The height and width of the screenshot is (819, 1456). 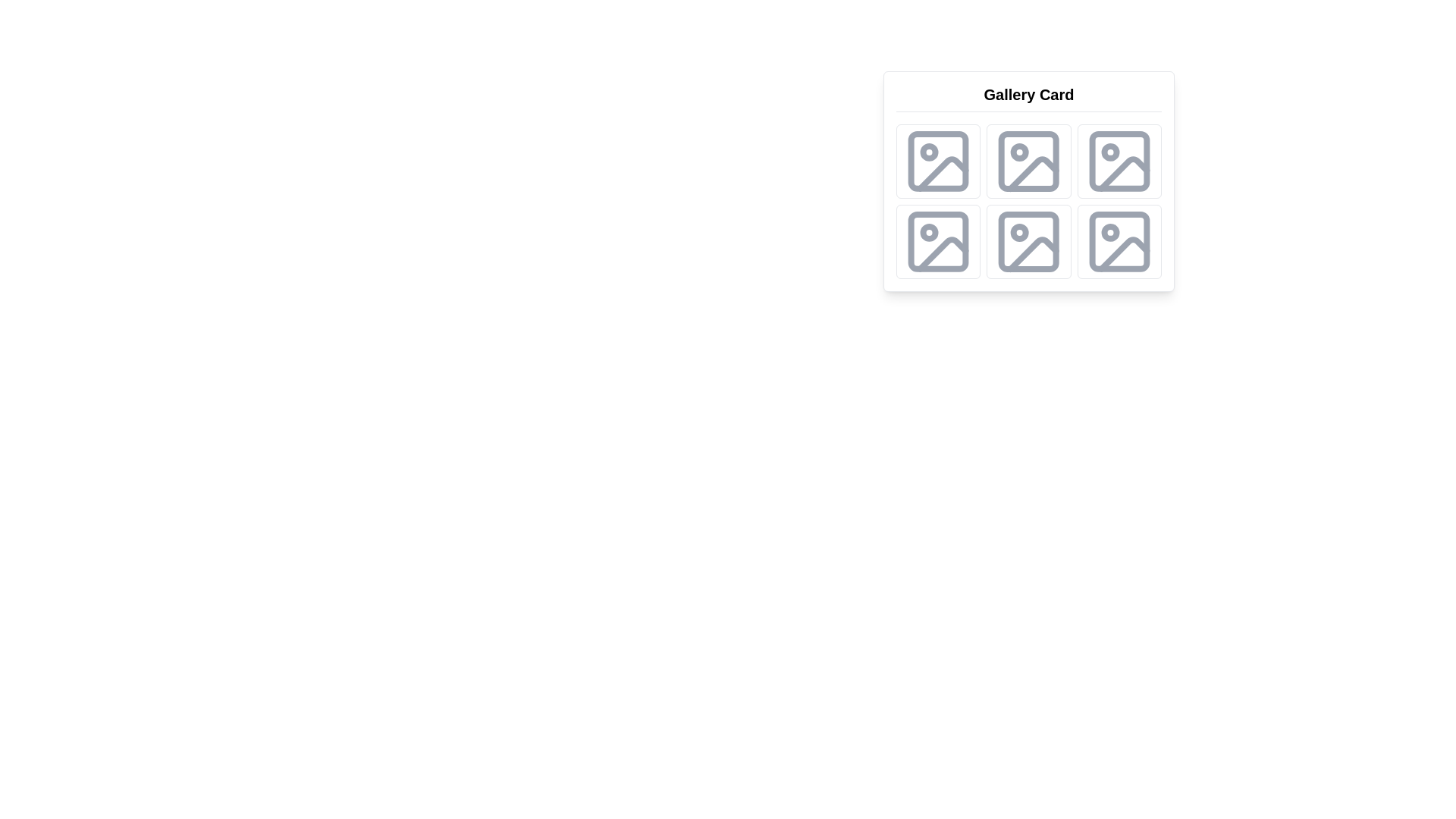 I want to click on the second card in the 'Gallery Card' grid layout, which has a picture frame icon and a label 'Caption 2', so click(x=1029, y=161).